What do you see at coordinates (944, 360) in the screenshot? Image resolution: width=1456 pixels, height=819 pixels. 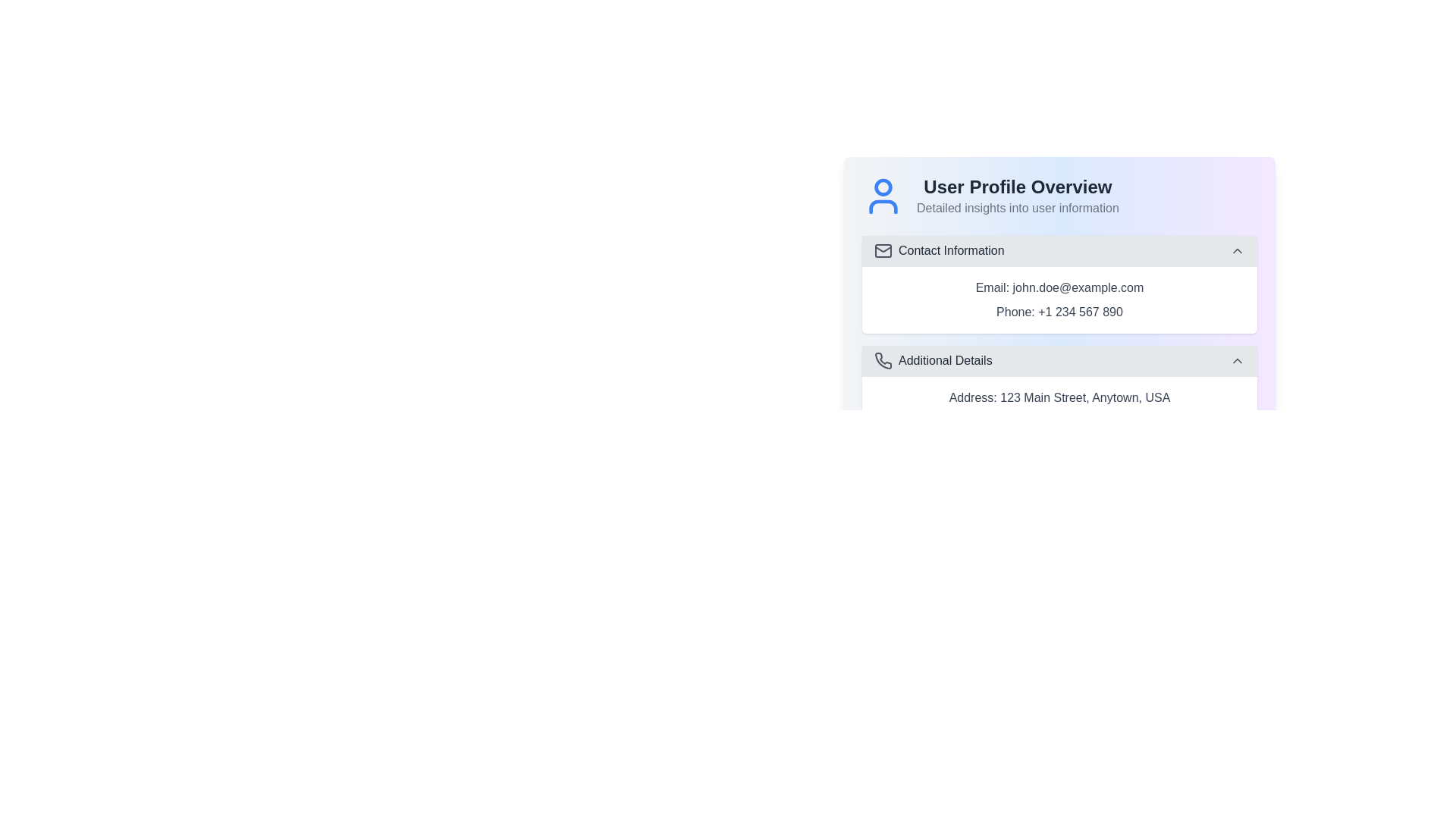 I see `the text label that provides additional contact information, located in the 'Additional Details' section adjacent to the phone icon` at bounding box center [944, 360].